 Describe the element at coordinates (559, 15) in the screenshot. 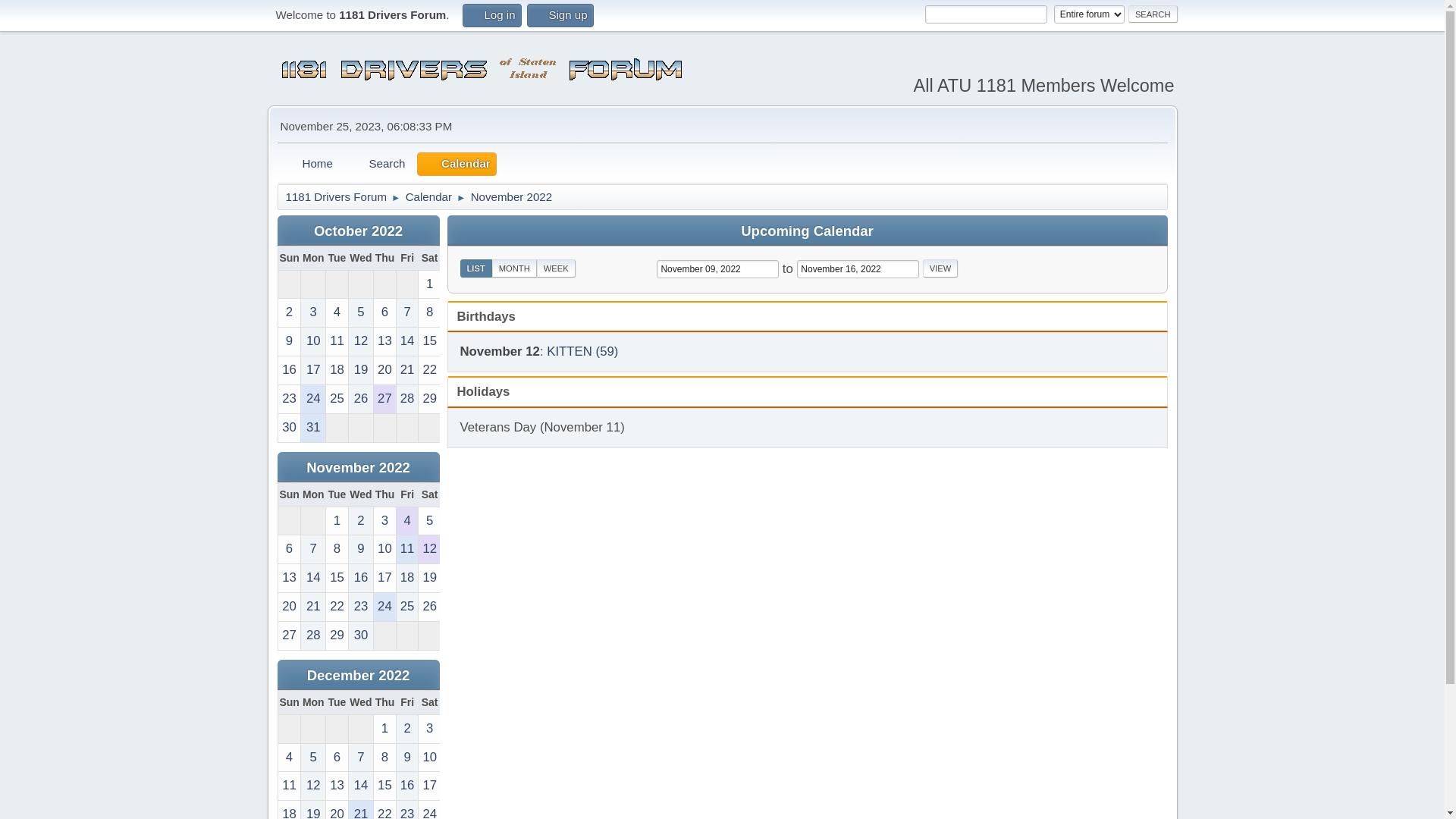

I see `'Sign up'` at that location.